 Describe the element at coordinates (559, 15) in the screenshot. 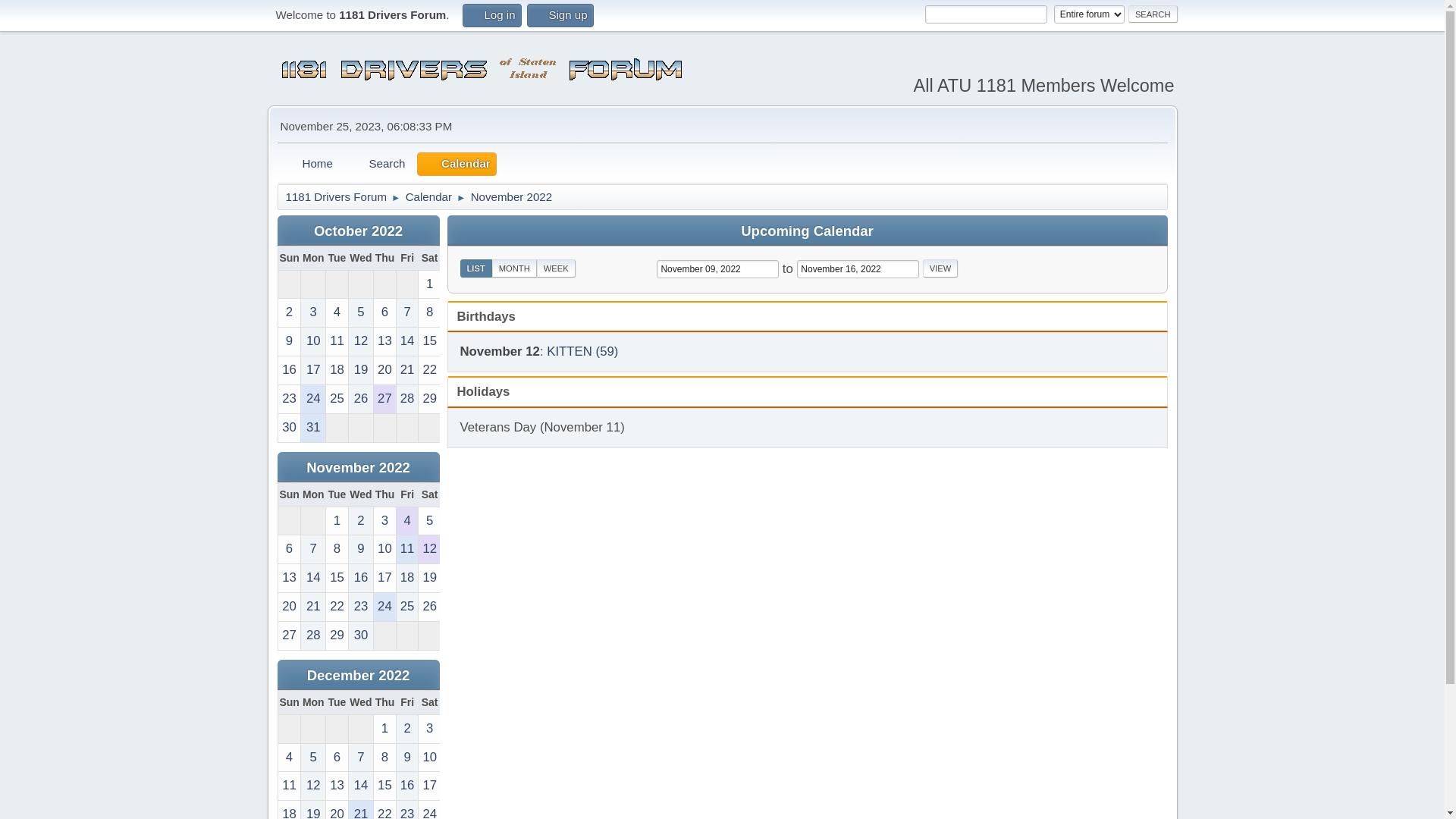

I see `'Sign up'` at that location.